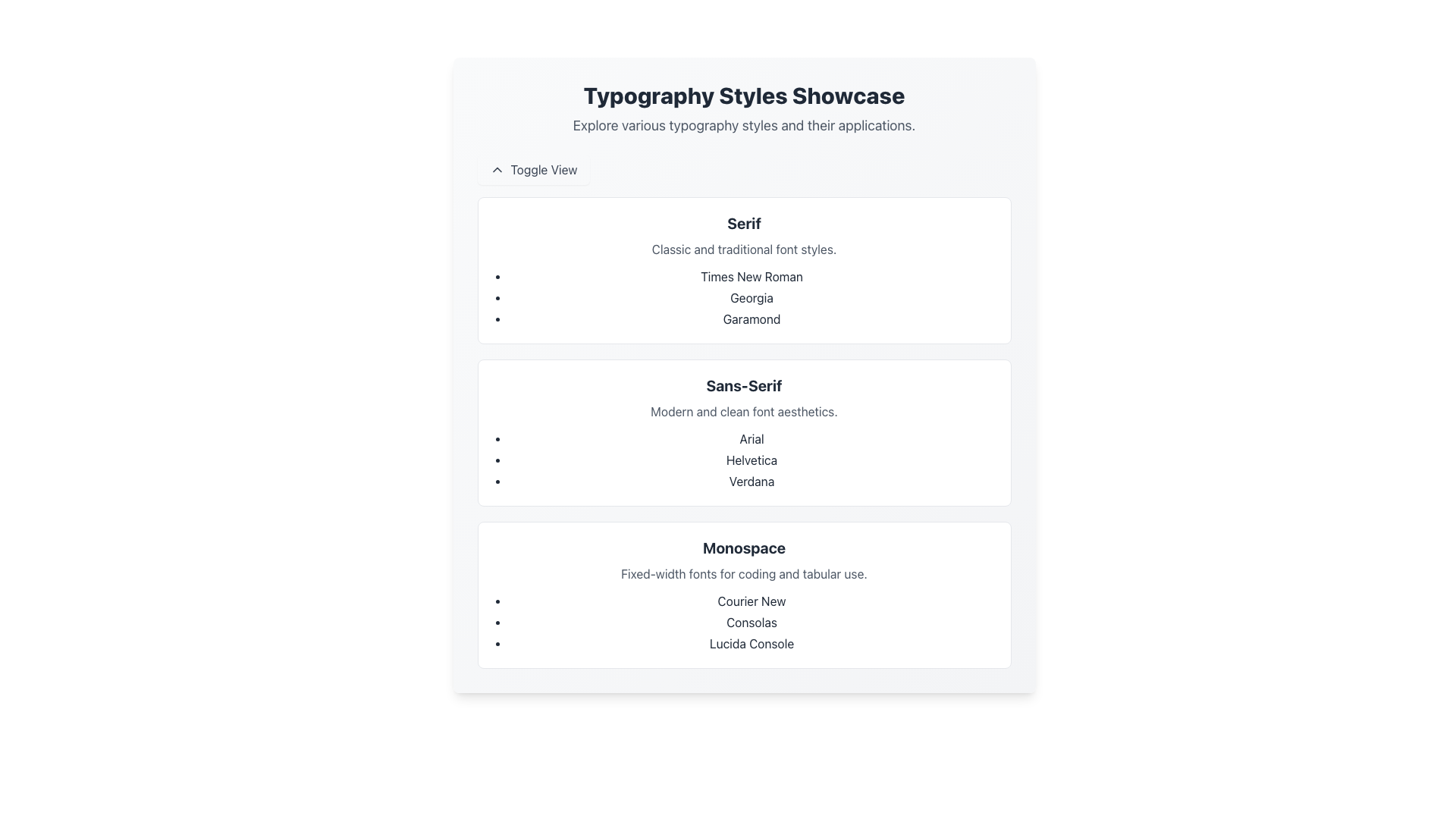 The width and height of the screenshot is (1456, 819). What do you see at coordinates (744, 248) in the screenshot?
I see `the descriptive text located beneath the 'Serif' heading, which provides insights about the characteristics of the 'Serif' font style` at bounding box center [744, 248].